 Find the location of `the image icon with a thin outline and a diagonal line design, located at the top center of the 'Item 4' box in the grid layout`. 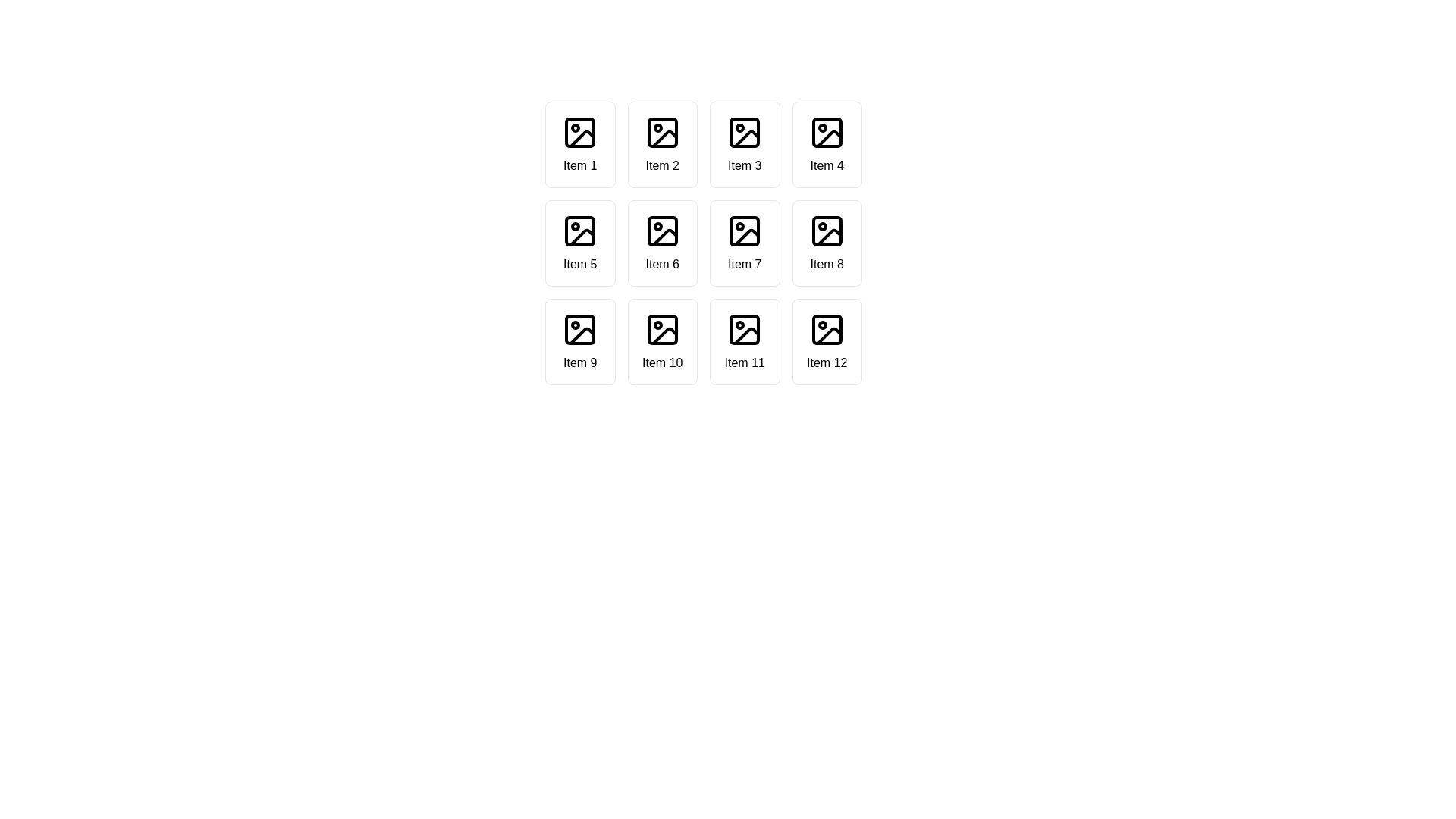

the image icon with a thin outline and a diagonal line design, located at the top center of the 'Item 4' box in the grid layout is located at coordinates (826, 131).